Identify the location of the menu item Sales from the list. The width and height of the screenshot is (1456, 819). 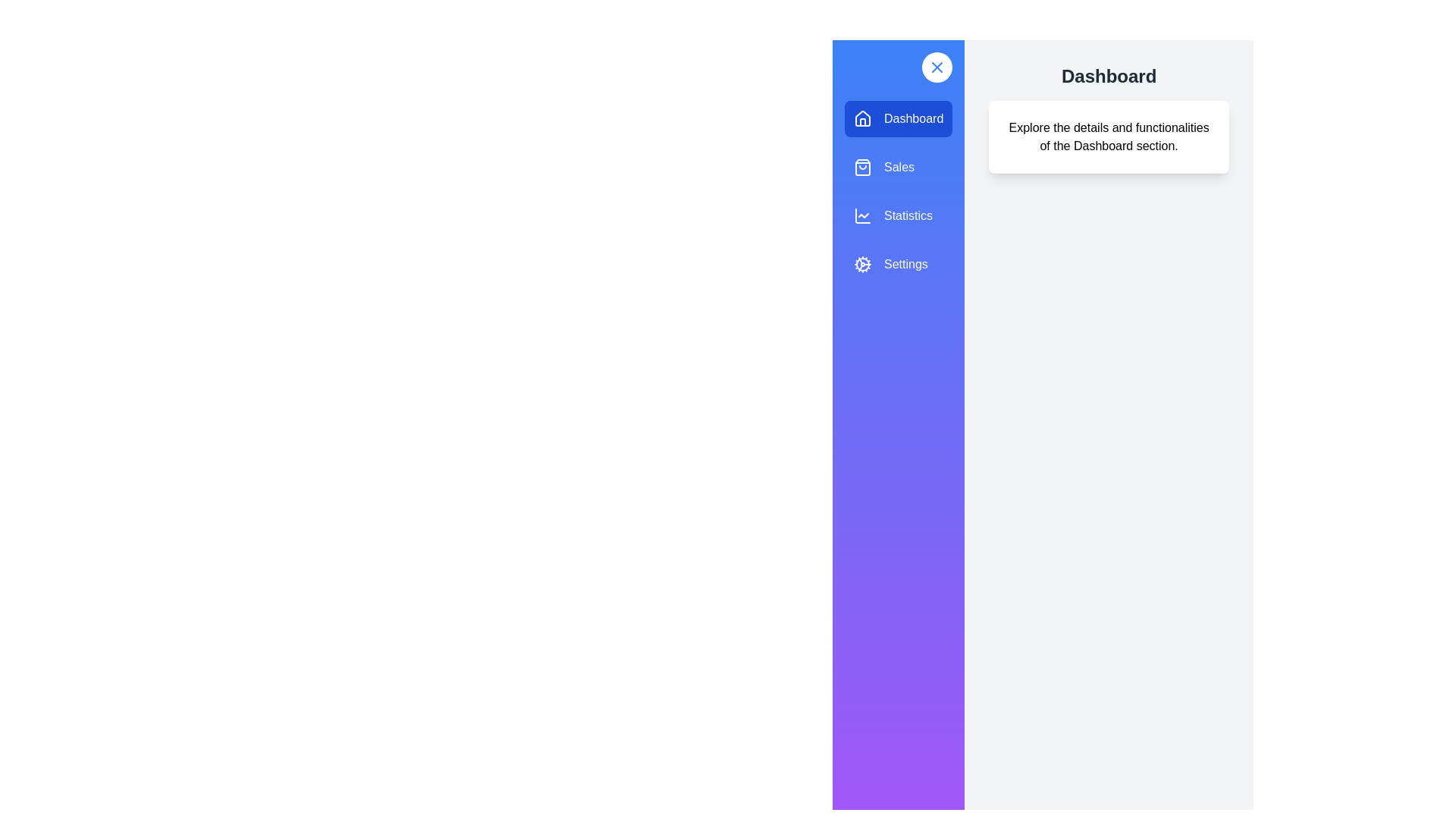
(899, 167).